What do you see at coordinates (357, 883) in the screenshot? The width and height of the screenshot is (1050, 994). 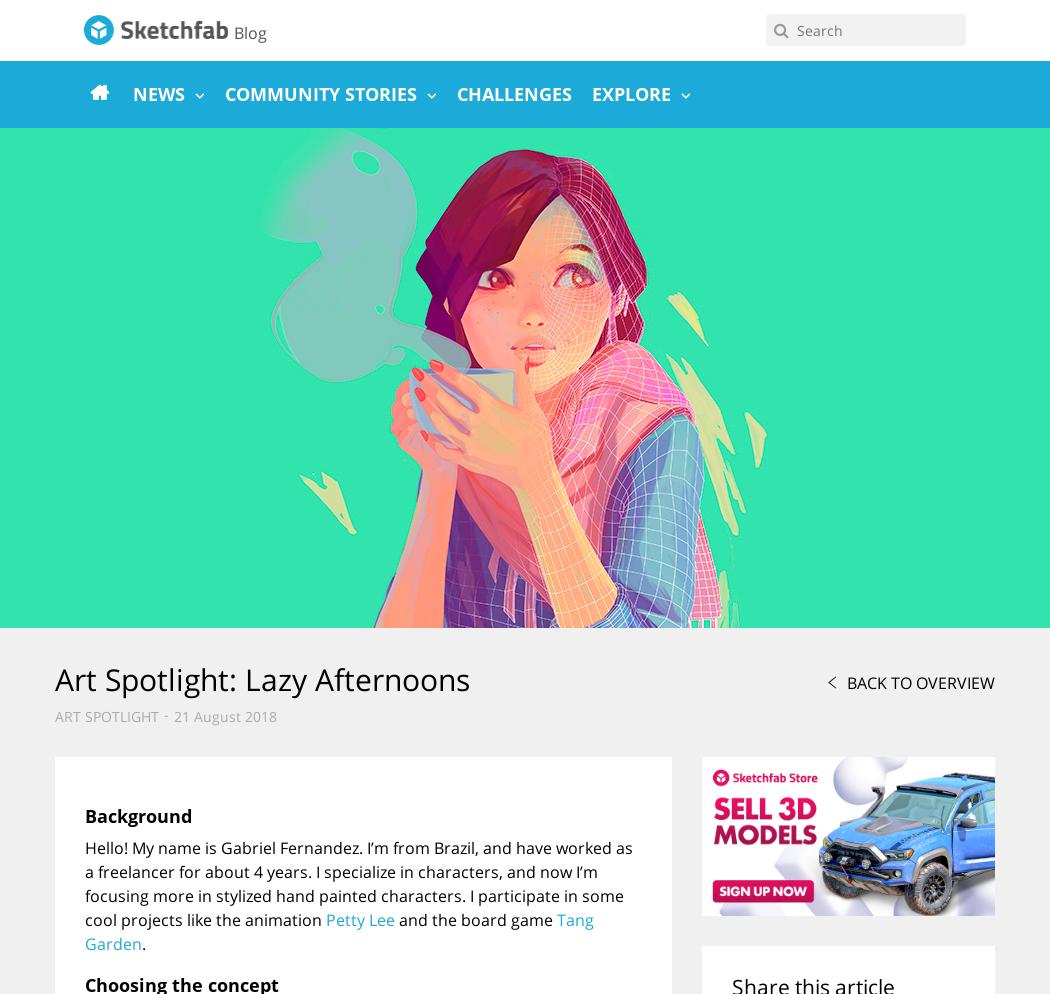 I see `'Hello! My name is Gabriel Fernandez. I’m from Brazil, and have worked as a freelancer for about 4 years. I specialize in characters, and now I’m focusing more in stylized hand painted characters. I participate in some cool projects like the animation'` at bounding box center [357, 883].